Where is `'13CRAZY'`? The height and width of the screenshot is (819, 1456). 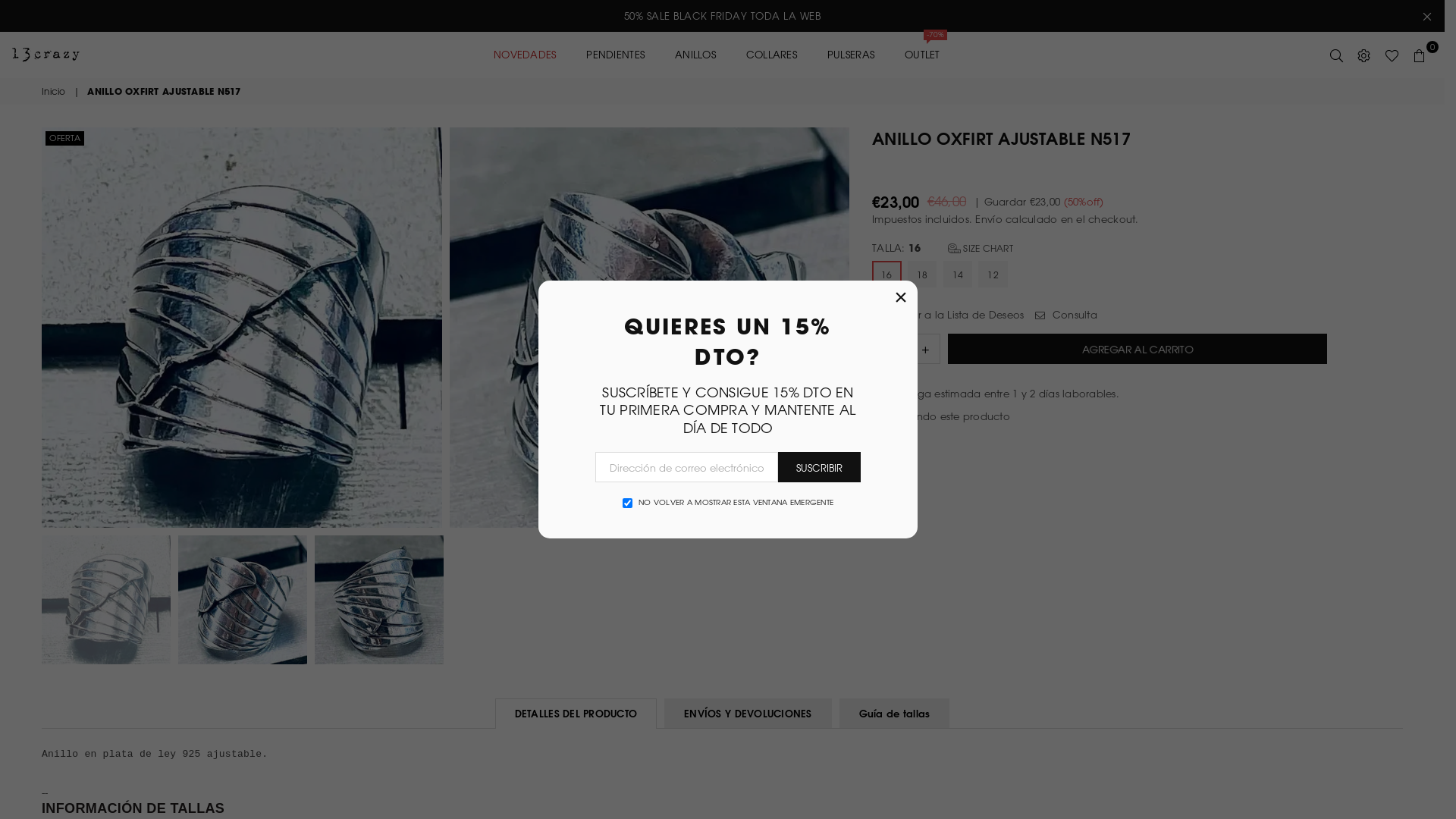
'13CRAZY' is located at coordinates (11, 54).